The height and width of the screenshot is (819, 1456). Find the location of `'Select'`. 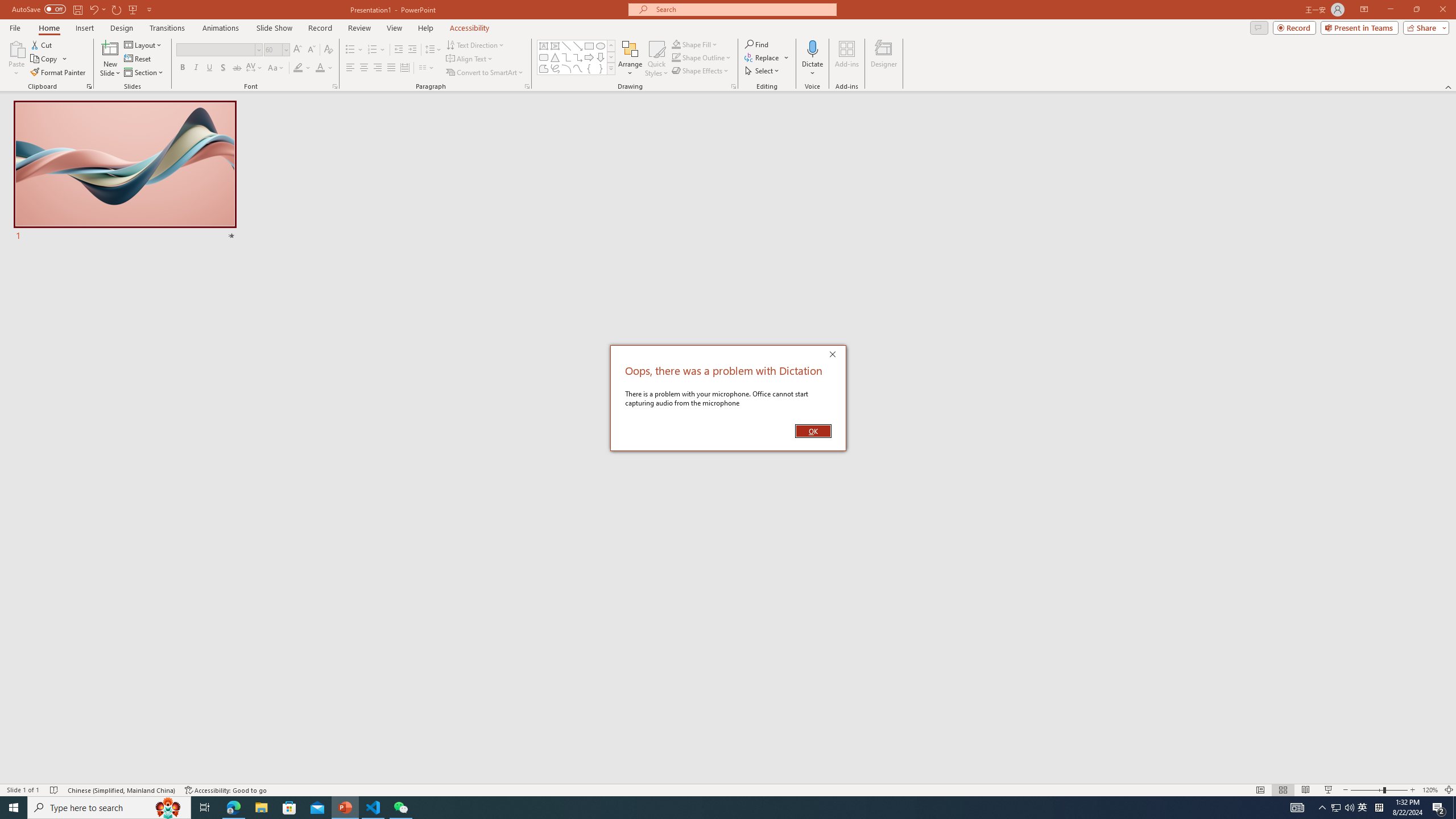

'Select' is located at coordinates (763, 69).